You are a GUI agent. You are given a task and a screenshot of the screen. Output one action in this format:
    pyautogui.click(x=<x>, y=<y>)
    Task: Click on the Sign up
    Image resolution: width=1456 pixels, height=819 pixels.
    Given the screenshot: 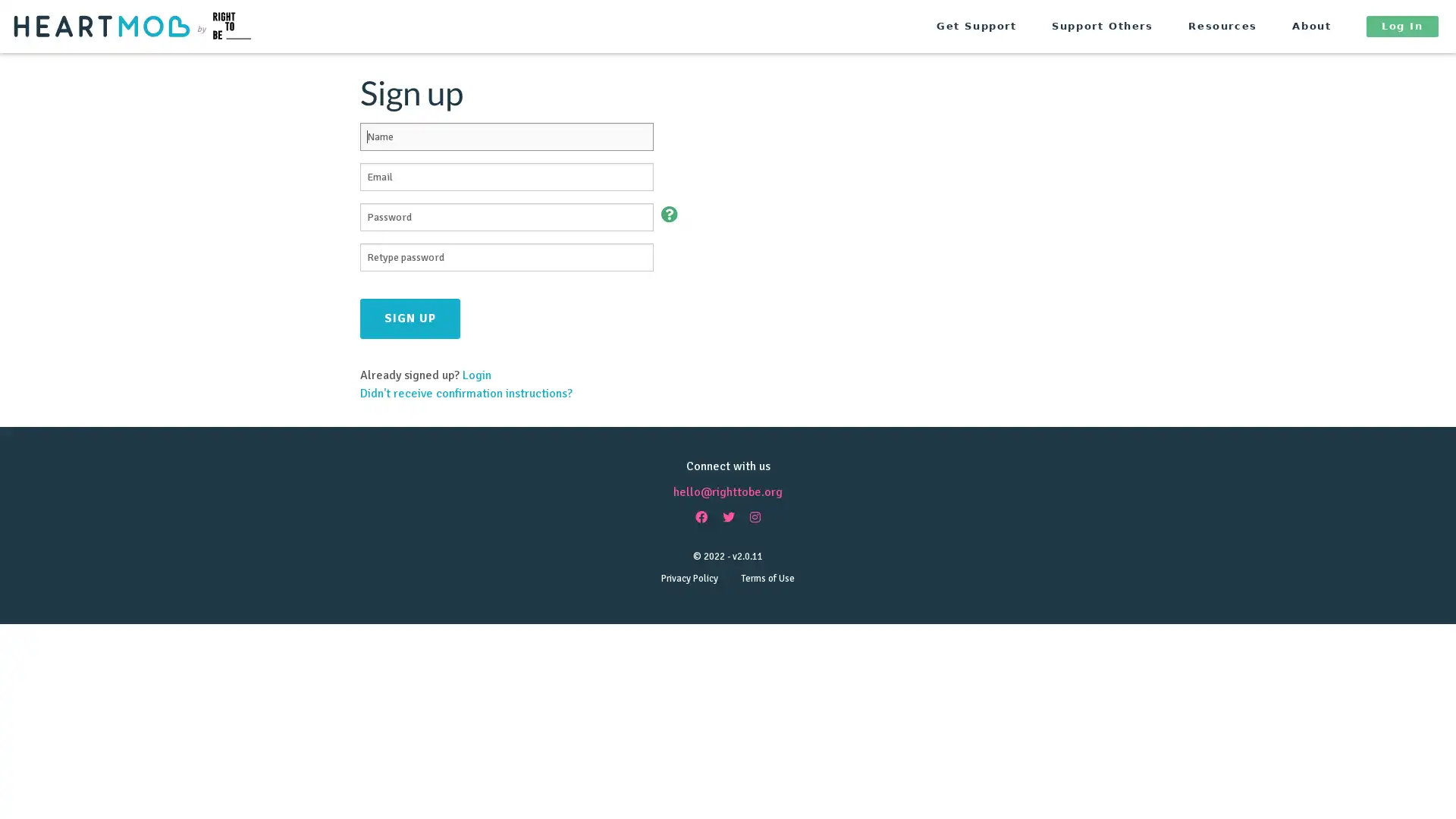 What is the action you would take?
    pyautogui.click(x=410, y=317)
    